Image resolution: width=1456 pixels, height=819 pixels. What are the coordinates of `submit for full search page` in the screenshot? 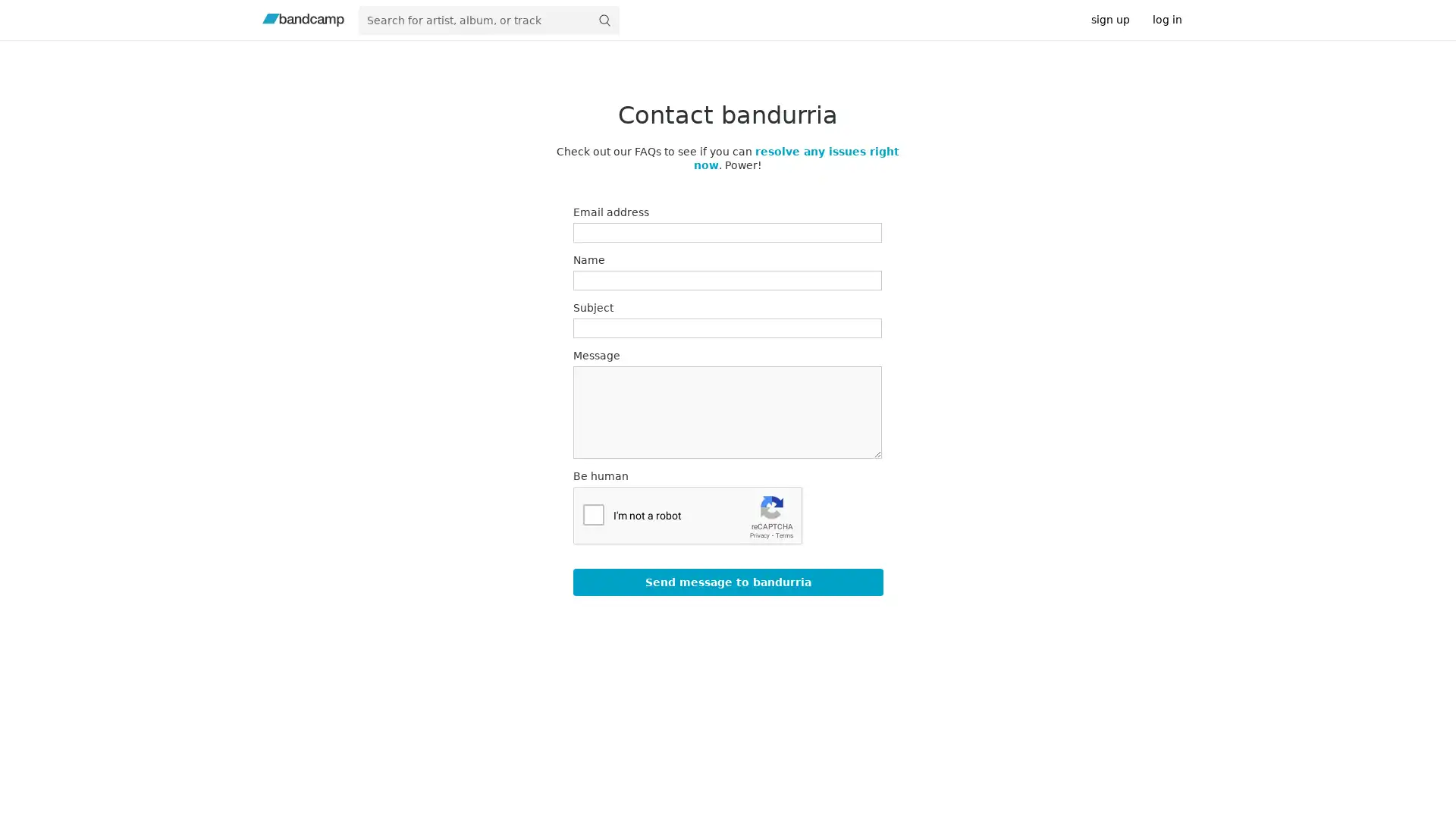 It's located at (603, 20).